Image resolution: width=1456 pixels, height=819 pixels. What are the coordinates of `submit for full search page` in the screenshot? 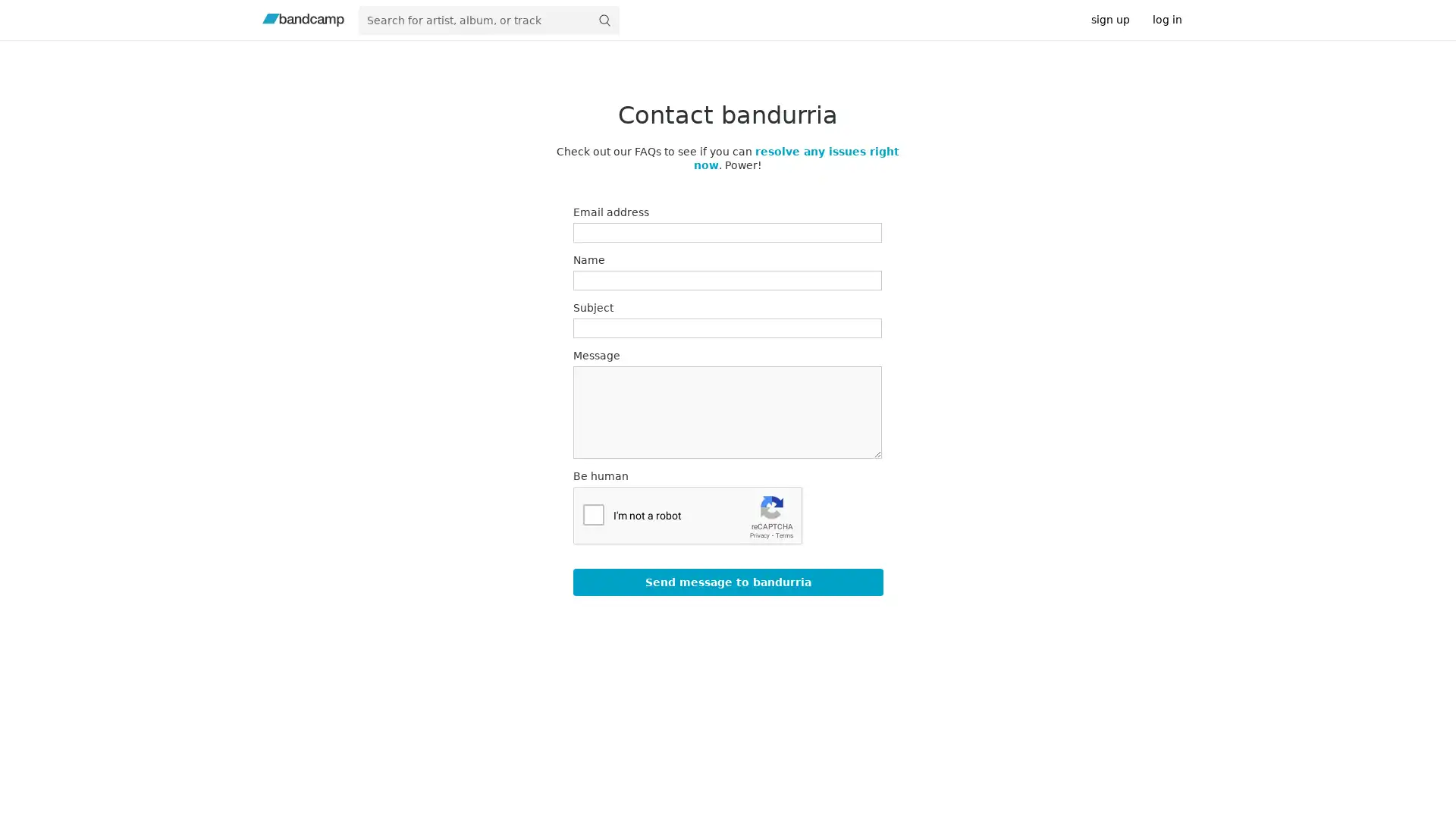 It's located at (603, 20).